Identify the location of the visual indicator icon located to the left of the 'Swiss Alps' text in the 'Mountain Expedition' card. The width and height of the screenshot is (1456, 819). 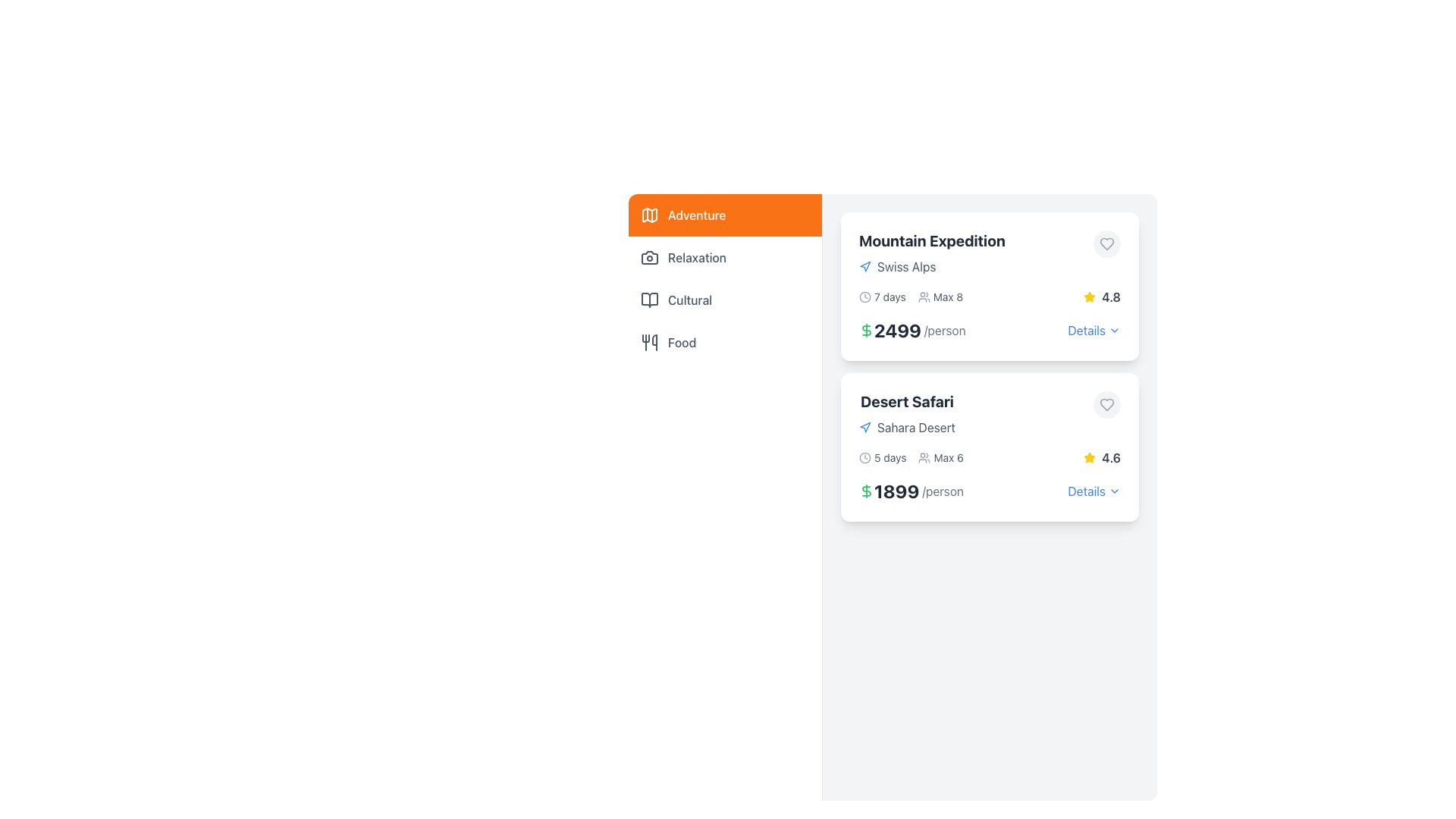
(865, 265).